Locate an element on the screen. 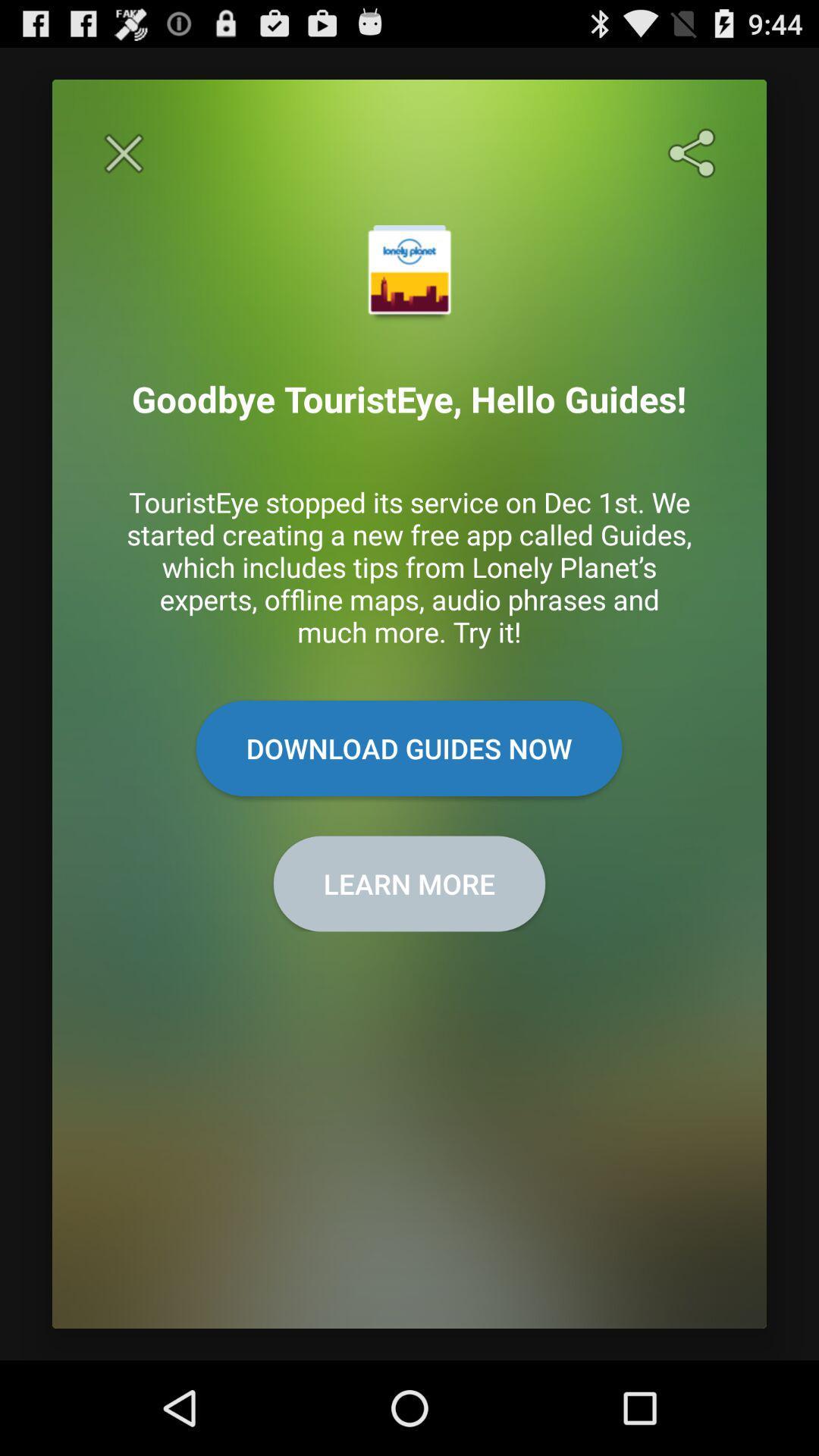  share app is located at coordinates (695, 153).